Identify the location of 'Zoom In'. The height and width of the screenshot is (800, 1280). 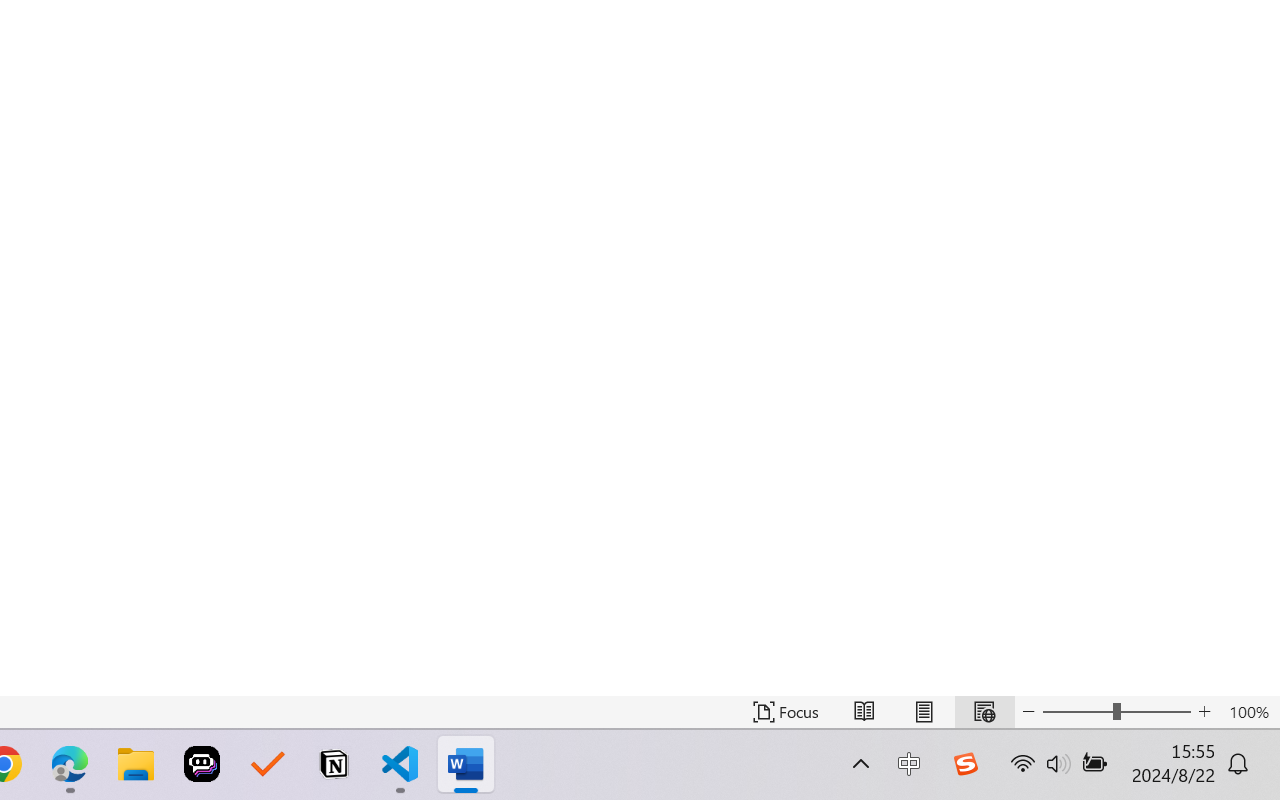
(1204, 711).